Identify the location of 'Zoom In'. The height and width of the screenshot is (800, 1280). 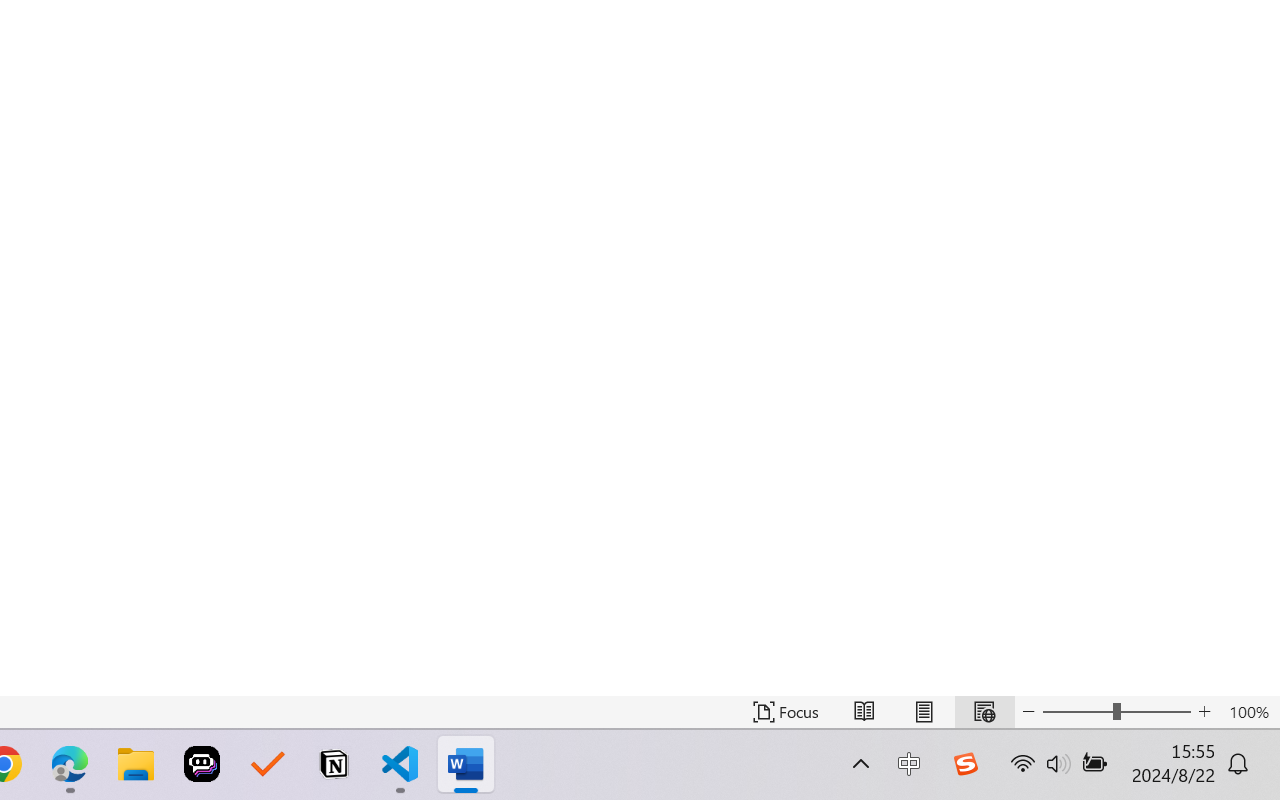
(1204, 711).